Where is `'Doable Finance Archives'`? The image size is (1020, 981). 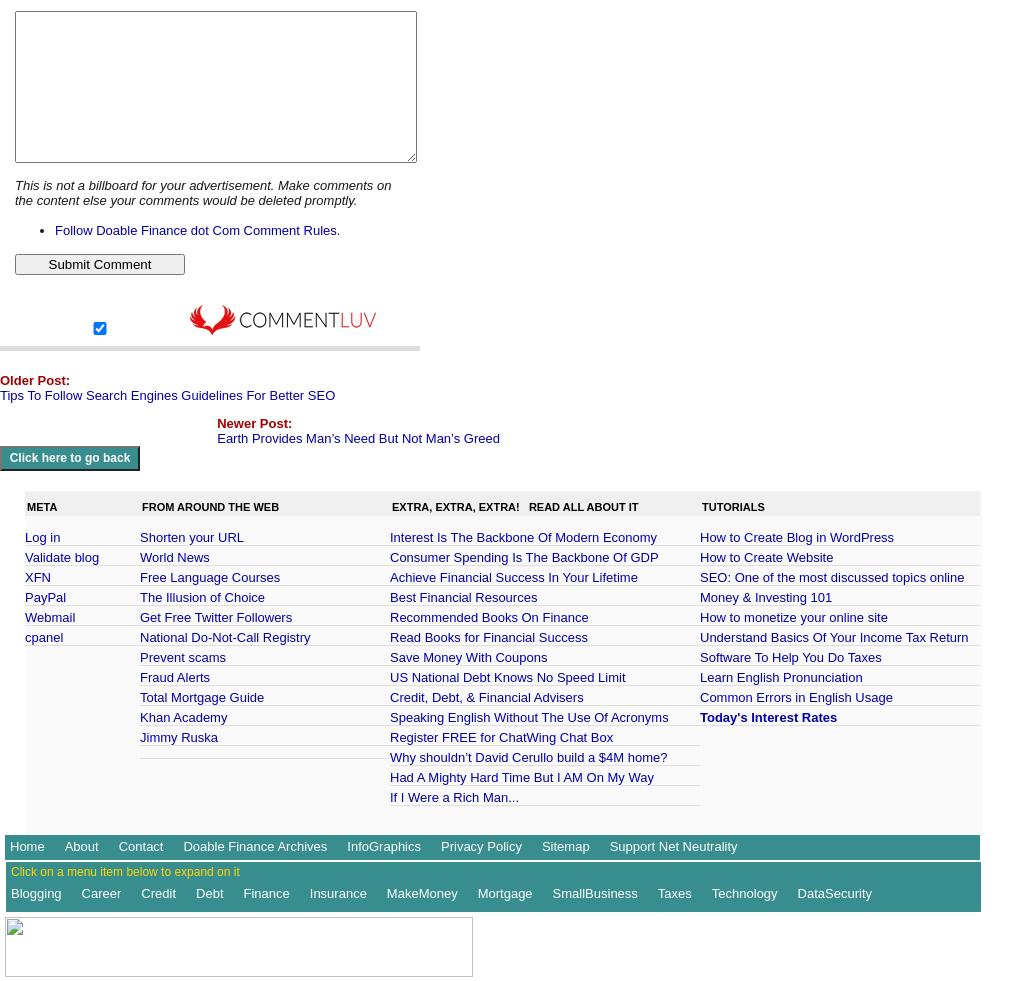 'Doable Finance Archives' is located at coordinates (255, 845).